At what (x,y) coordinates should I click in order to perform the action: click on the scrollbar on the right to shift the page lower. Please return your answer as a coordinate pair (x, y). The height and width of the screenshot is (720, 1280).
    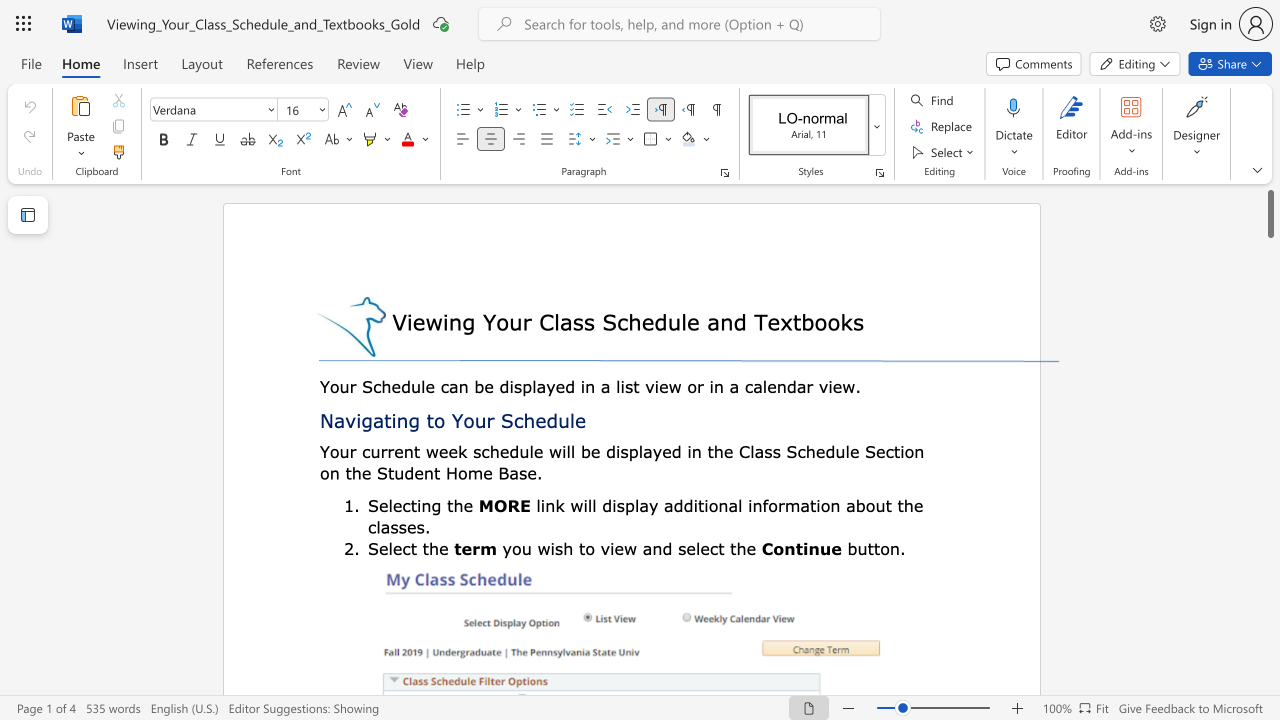
    Looking at the image, I should click on (1269, 630).